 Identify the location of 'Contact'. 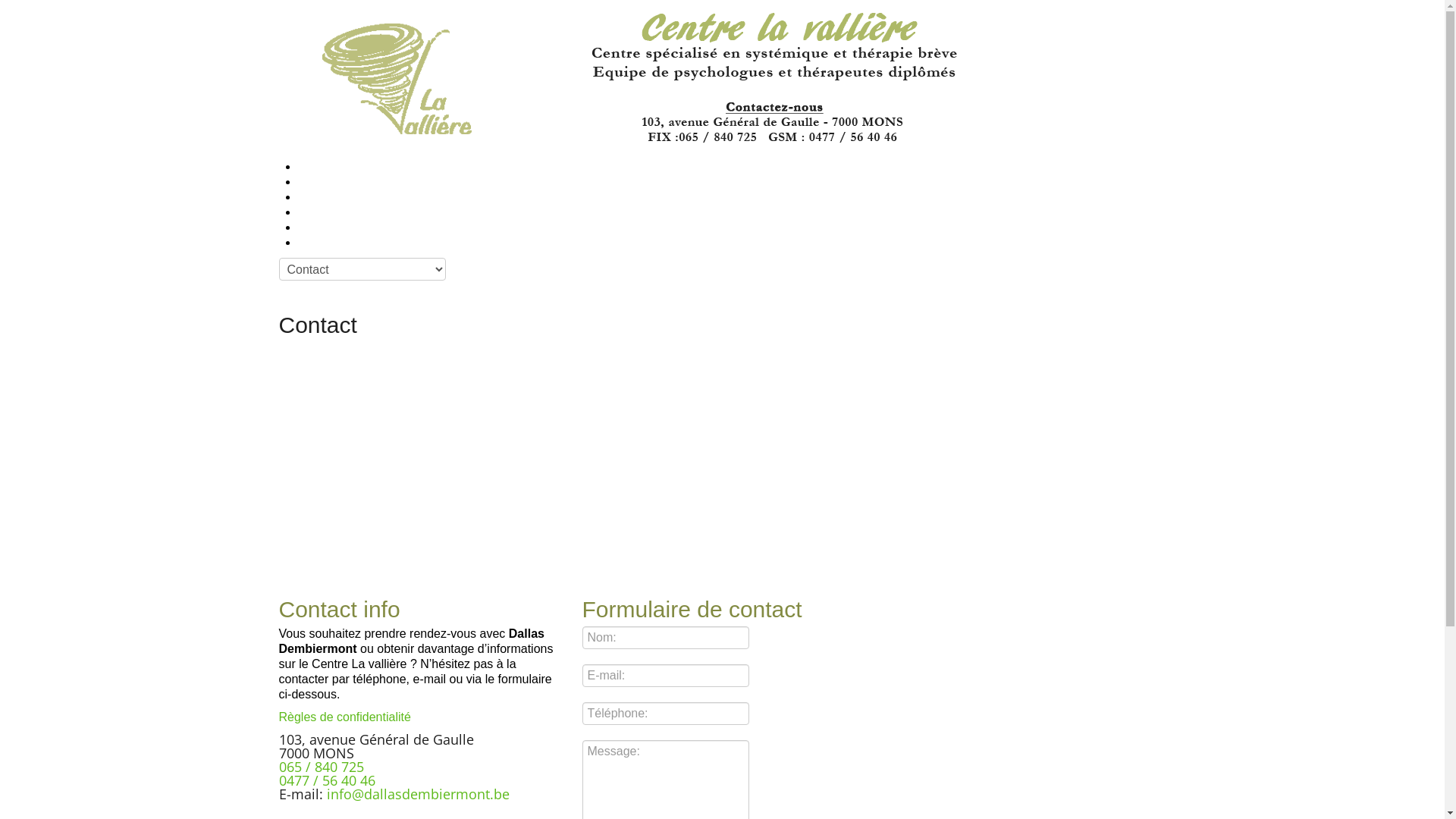
(312, 242).